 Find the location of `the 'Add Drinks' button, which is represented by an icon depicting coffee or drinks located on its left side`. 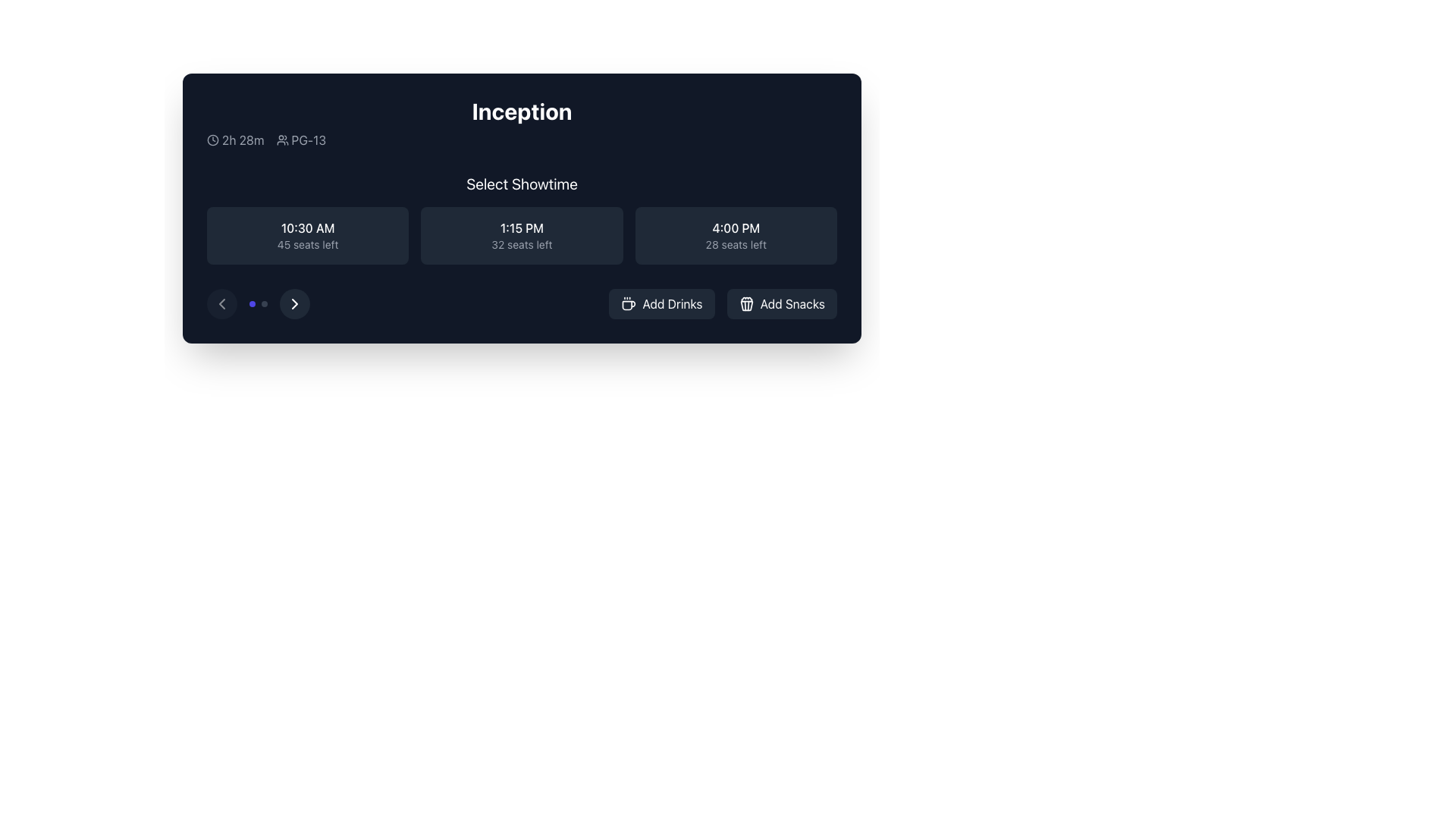

the 'Add Drinks' button, which is represented by an icon depicting coffee or drinks located on its left side is located at coordinates (629, 304).